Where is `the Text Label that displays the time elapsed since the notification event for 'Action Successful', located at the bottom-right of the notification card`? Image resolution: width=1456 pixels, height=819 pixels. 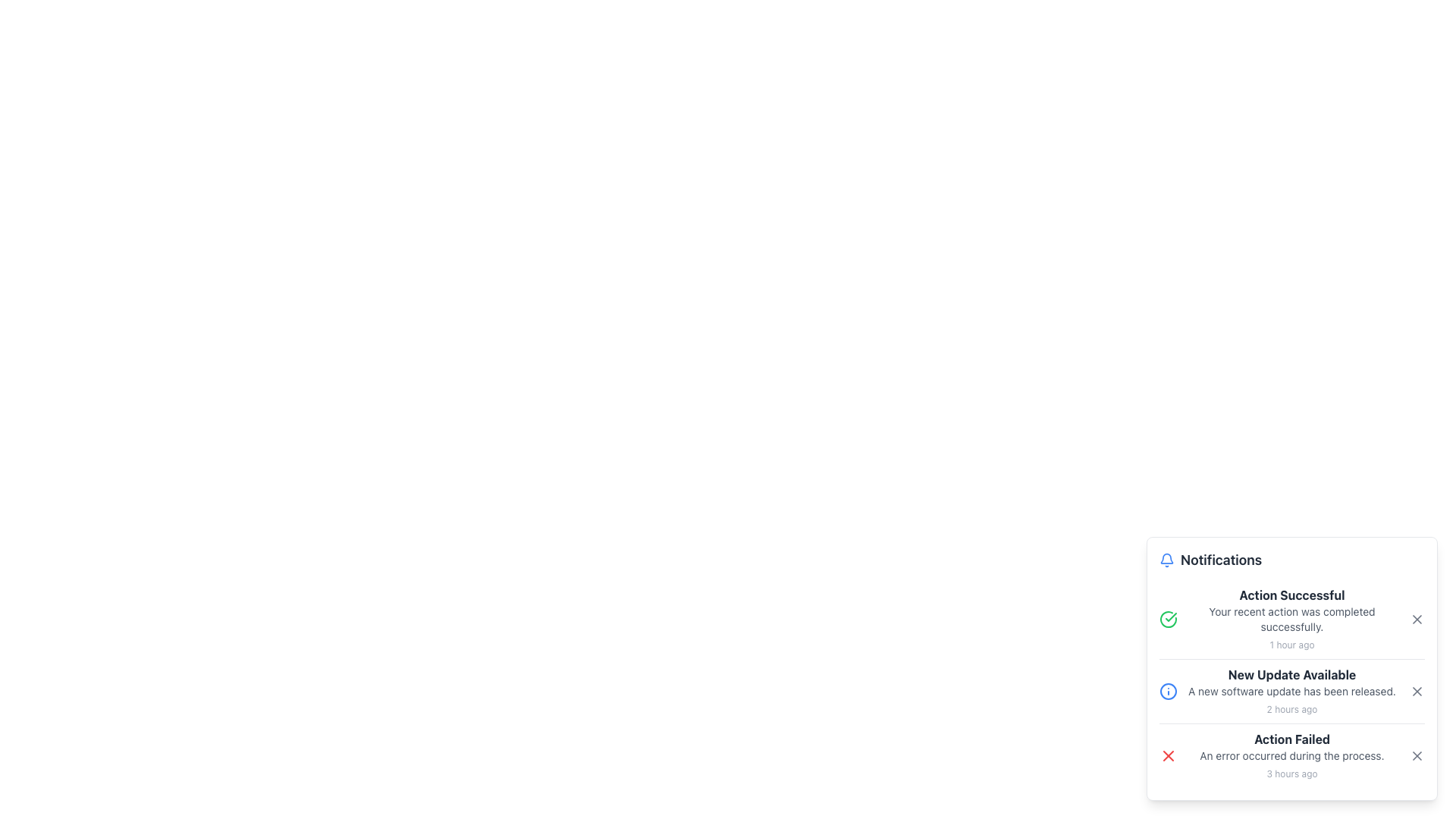 the Text Label that displays the time elapsed since the notification event for 'Action Successful', located at the bottom-right of the notification card is located at coordinates (1291, 644).